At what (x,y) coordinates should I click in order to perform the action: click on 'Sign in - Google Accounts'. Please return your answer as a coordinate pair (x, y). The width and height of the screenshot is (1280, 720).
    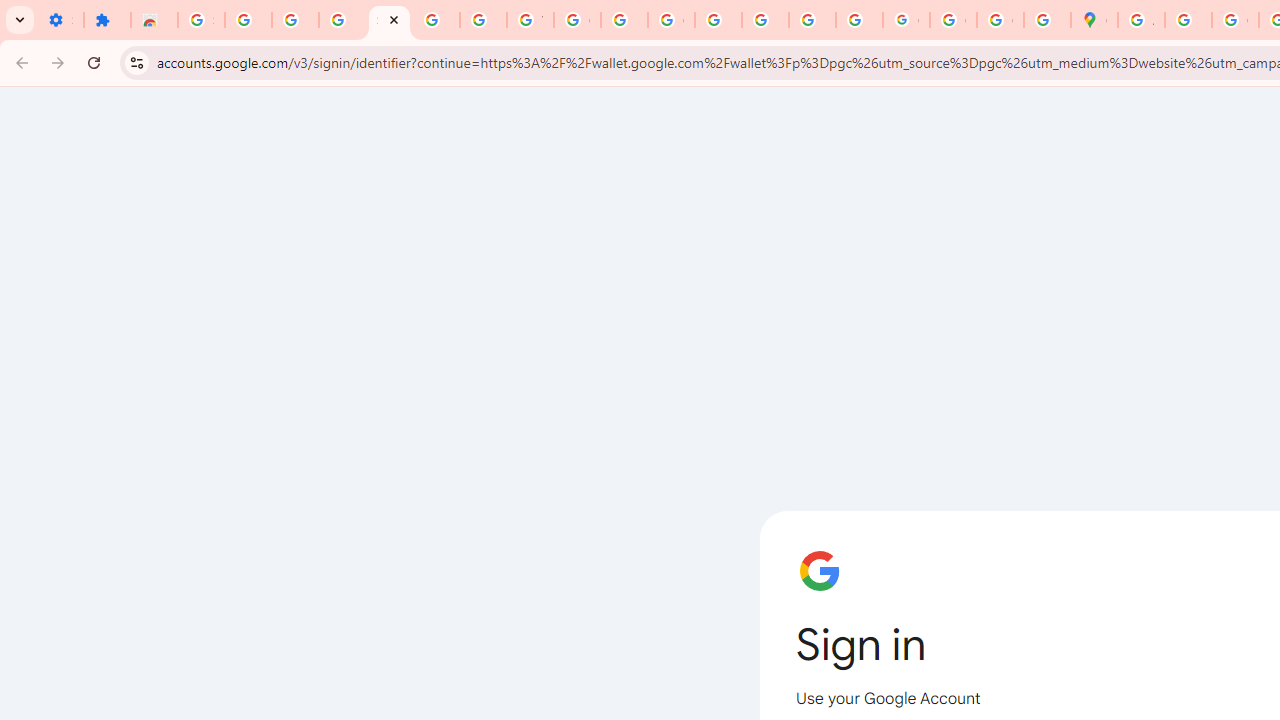
    Looking at the image, I should click on (201, 20).